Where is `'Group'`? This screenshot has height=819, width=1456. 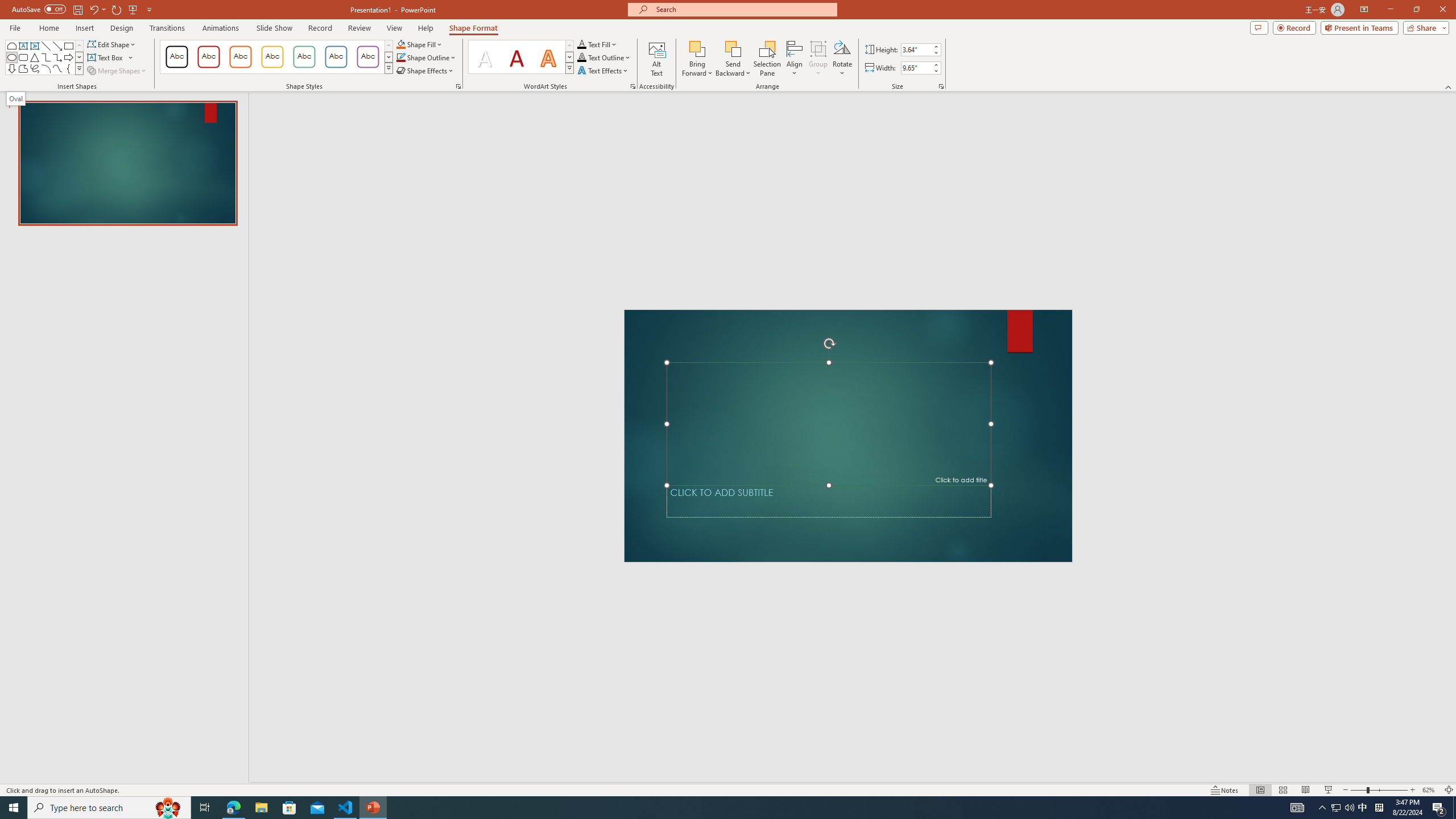
'Group' is located at coordinates (818, 59).